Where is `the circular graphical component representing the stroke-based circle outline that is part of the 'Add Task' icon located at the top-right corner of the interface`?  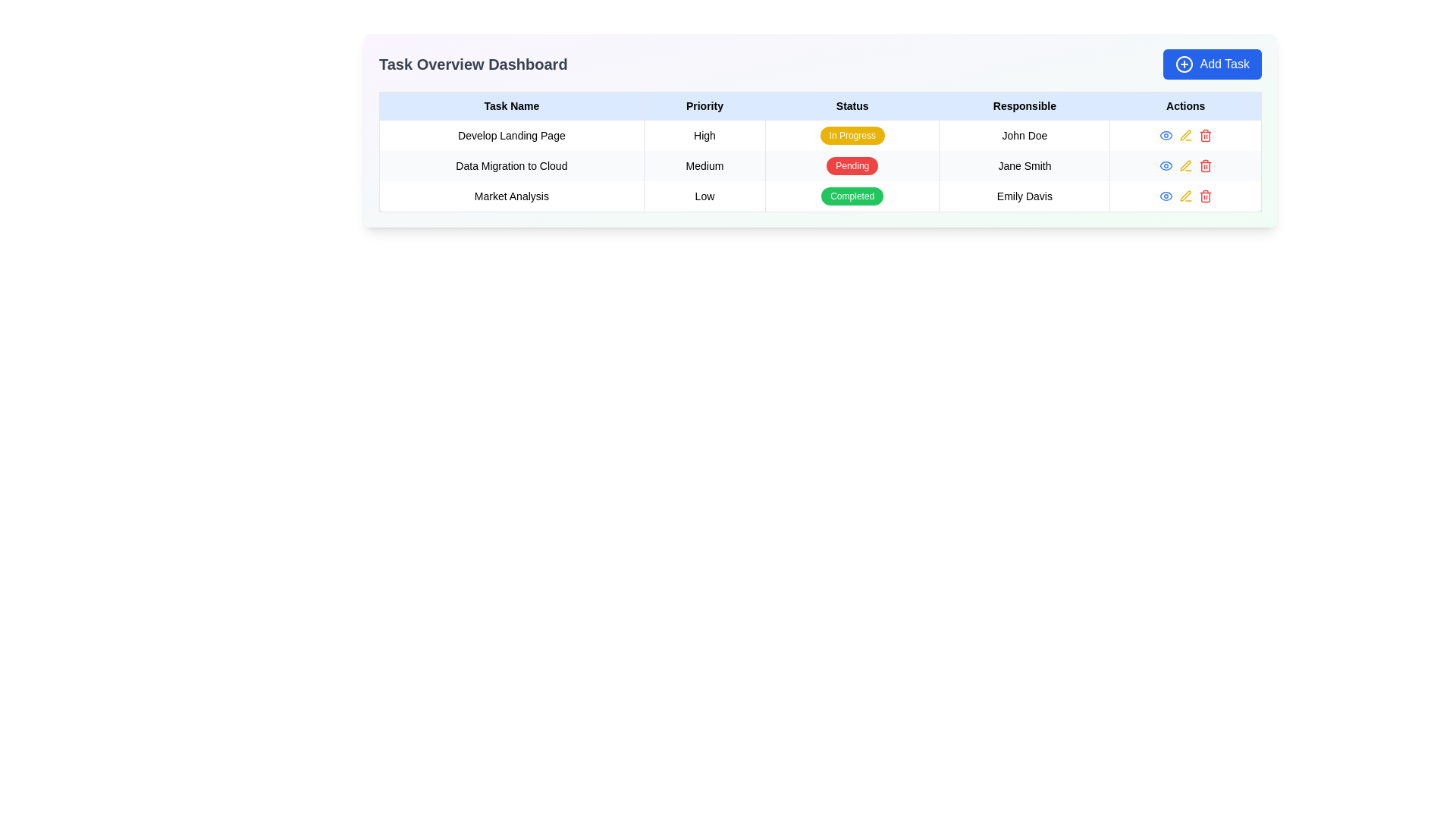 the circular graphical component representing the stroke-based circle outline that is part of the 'Add Task' icon located at the top-right corner of the interface is located at coordinates (1184, 63).